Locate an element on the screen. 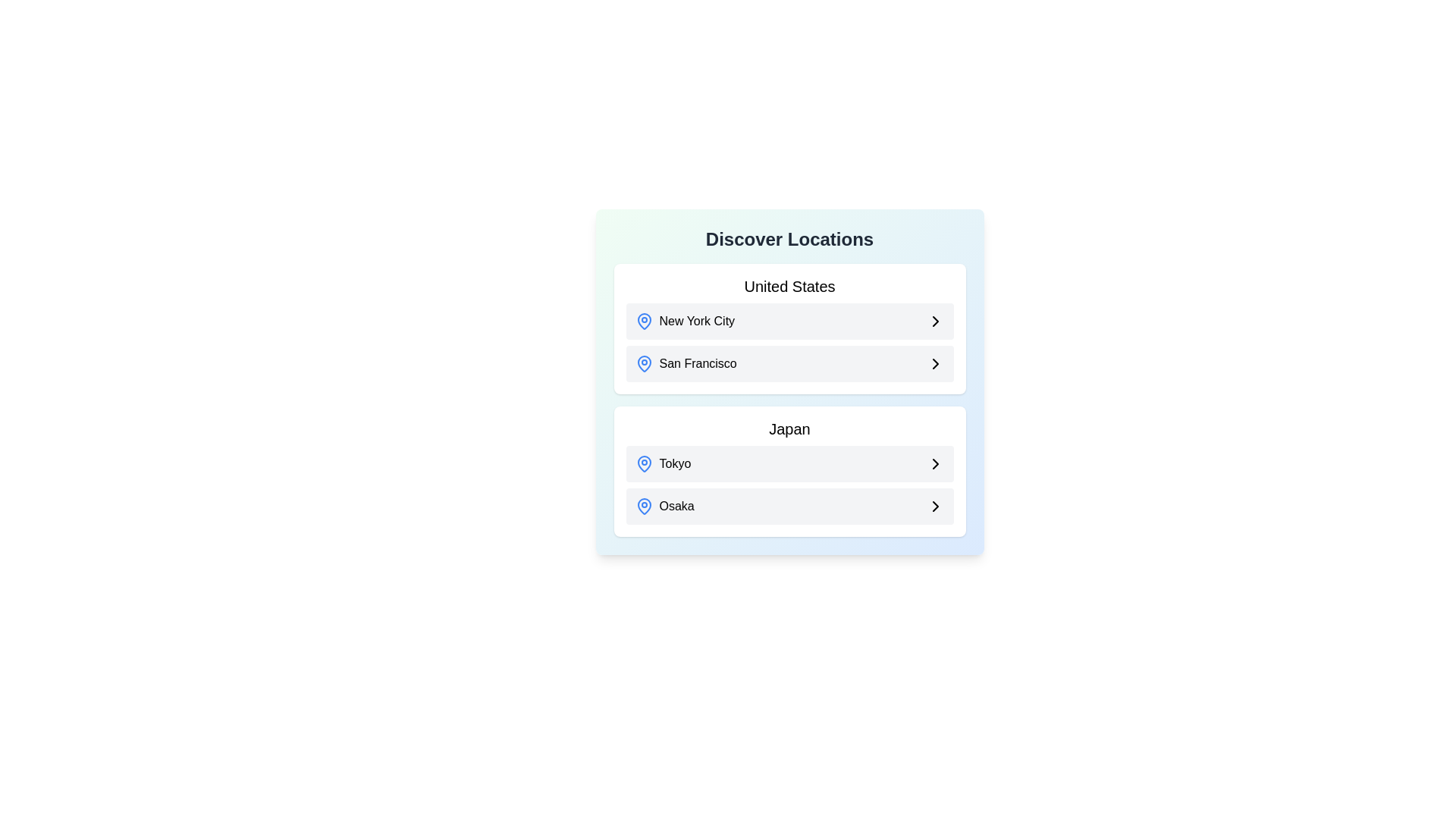 The width and height of the screenshot is (1456, 819). the label indicating 'Osaka', which is the second item in the list under 'Japan' in the bottom section of the card labeled 'Discover Locations' is located at coordinates (664, 506).